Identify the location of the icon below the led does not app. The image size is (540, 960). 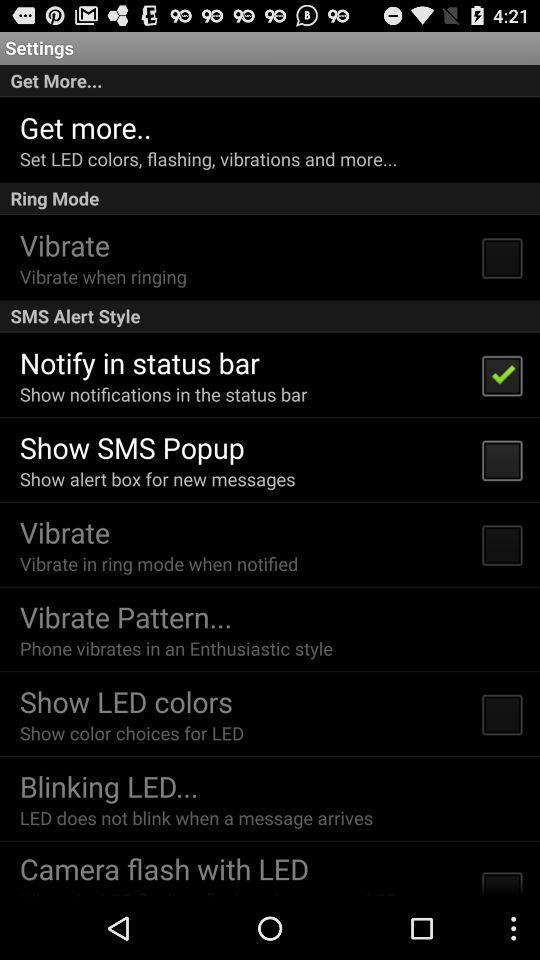
(163, 867).